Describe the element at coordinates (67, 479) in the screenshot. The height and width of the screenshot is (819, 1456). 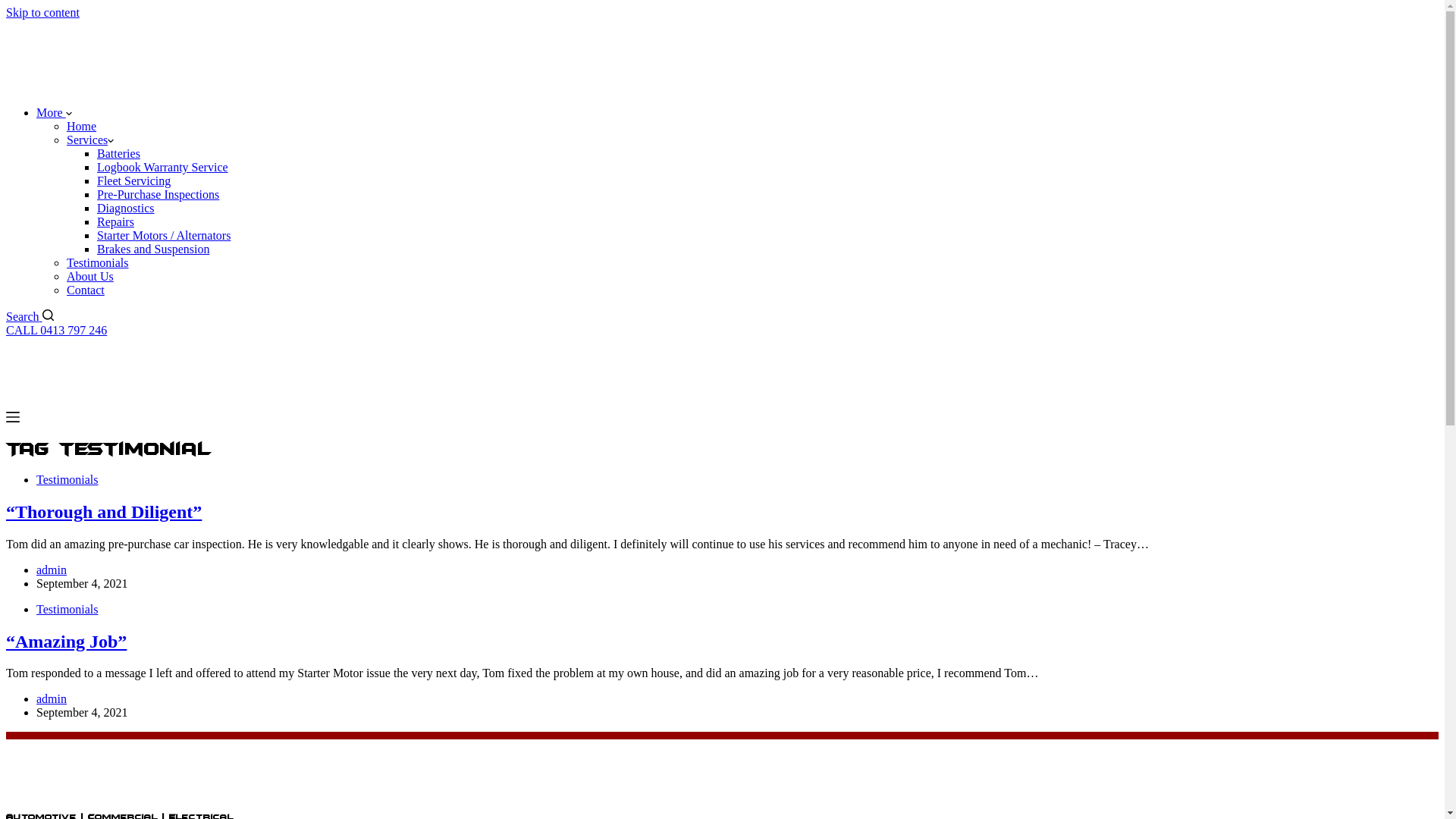
I see `'Testimonials'` at that location.